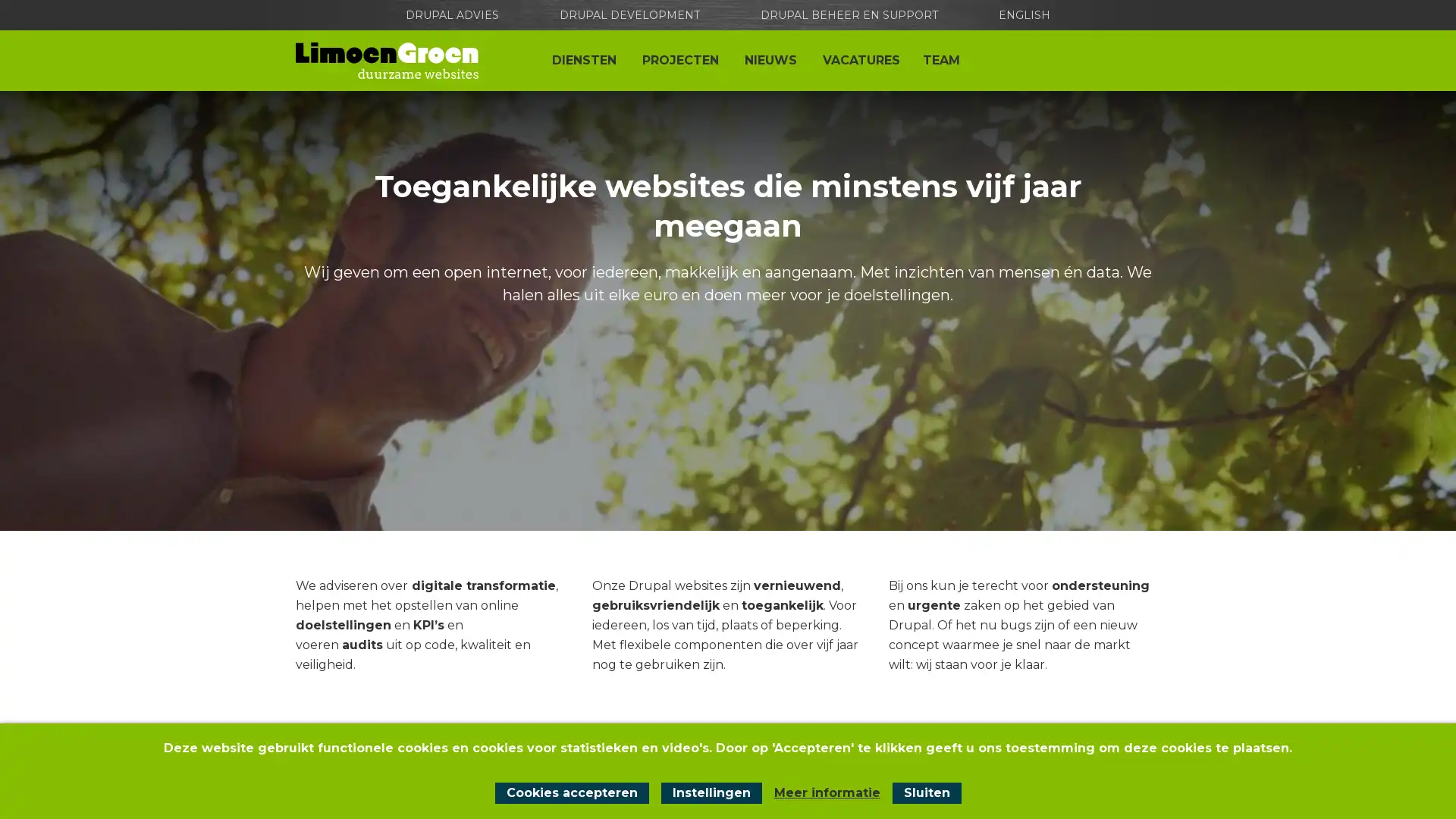  I want to click on Instellingen, so click(710, 792).